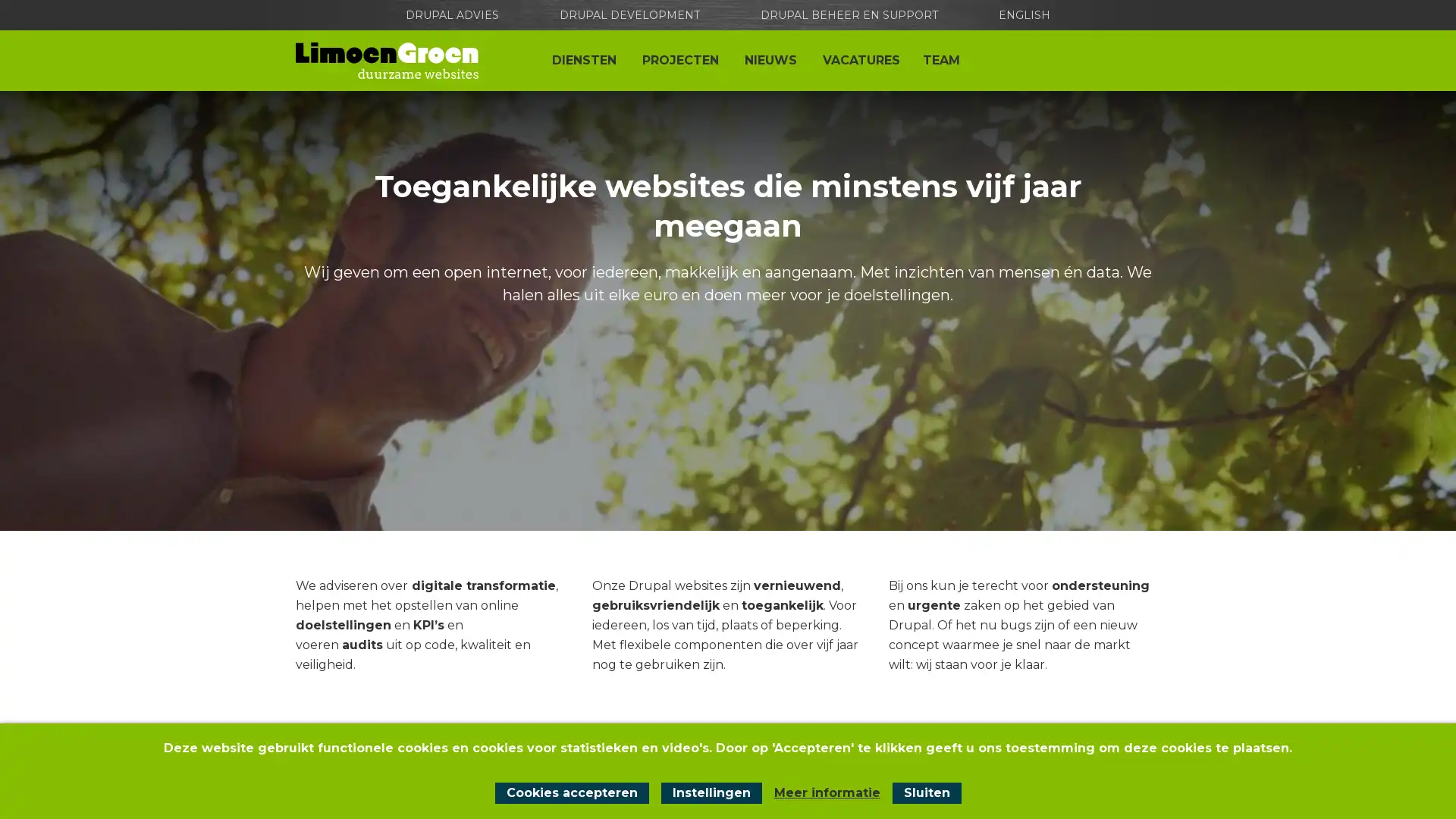  I want to click on Instellingen, so click(710, 792).